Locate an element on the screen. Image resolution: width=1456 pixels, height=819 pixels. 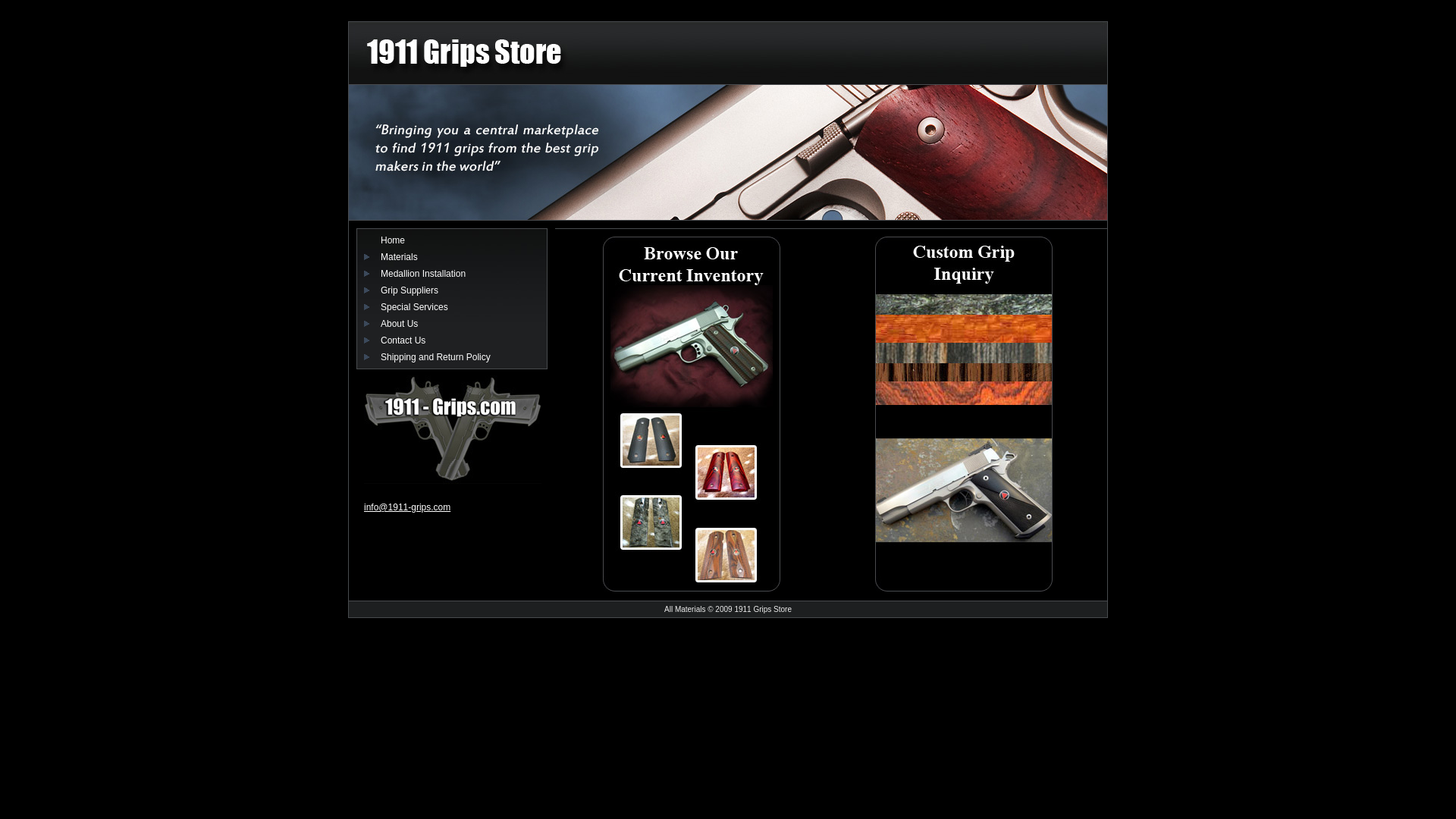
'Home' is located at coordinates (393, 239).